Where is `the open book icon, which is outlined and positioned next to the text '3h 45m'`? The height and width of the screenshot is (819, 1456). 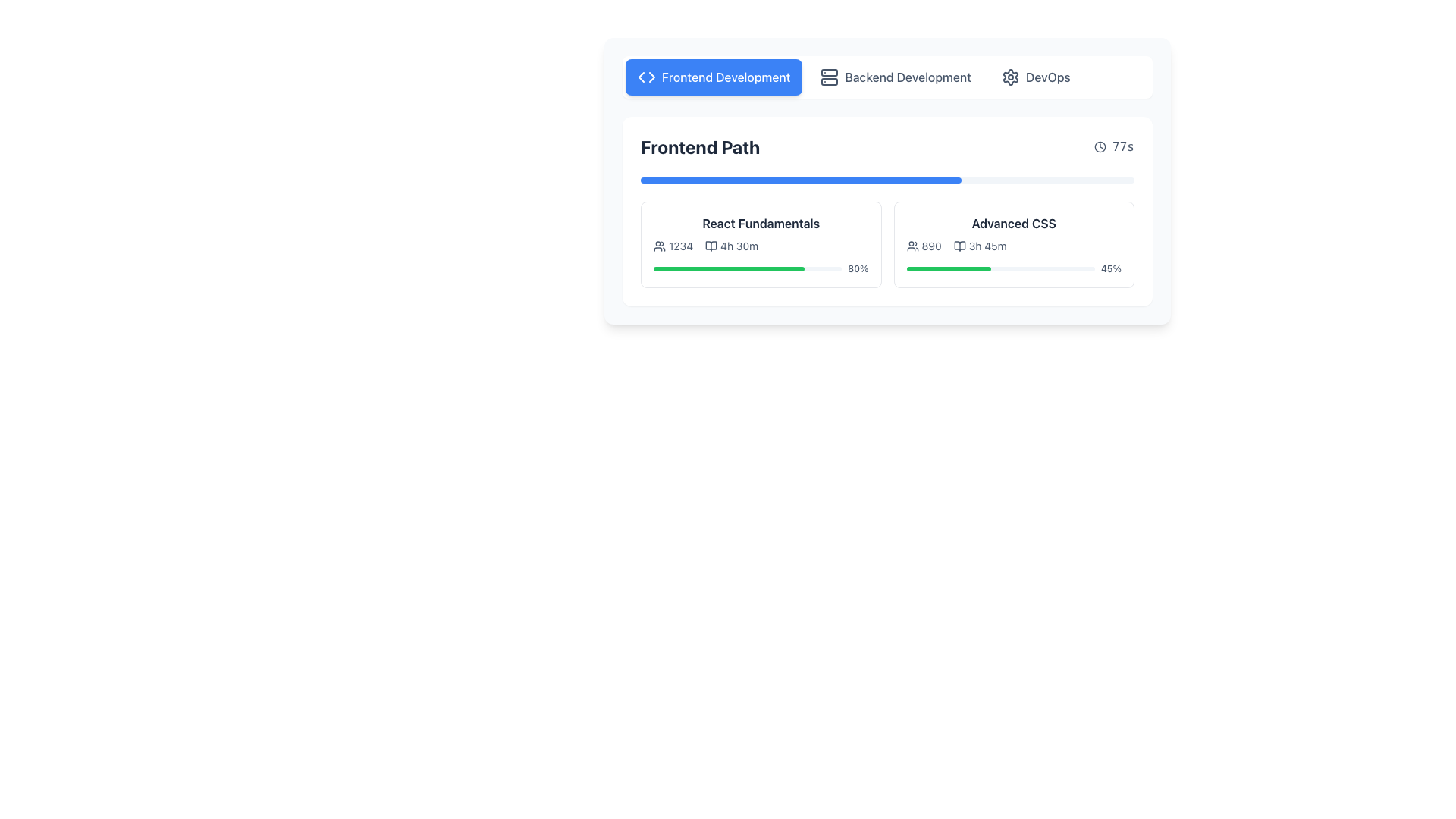
the open book icon, which is outlined and positioned next to the text '3h 45m' is located at coordinates (959, 245).